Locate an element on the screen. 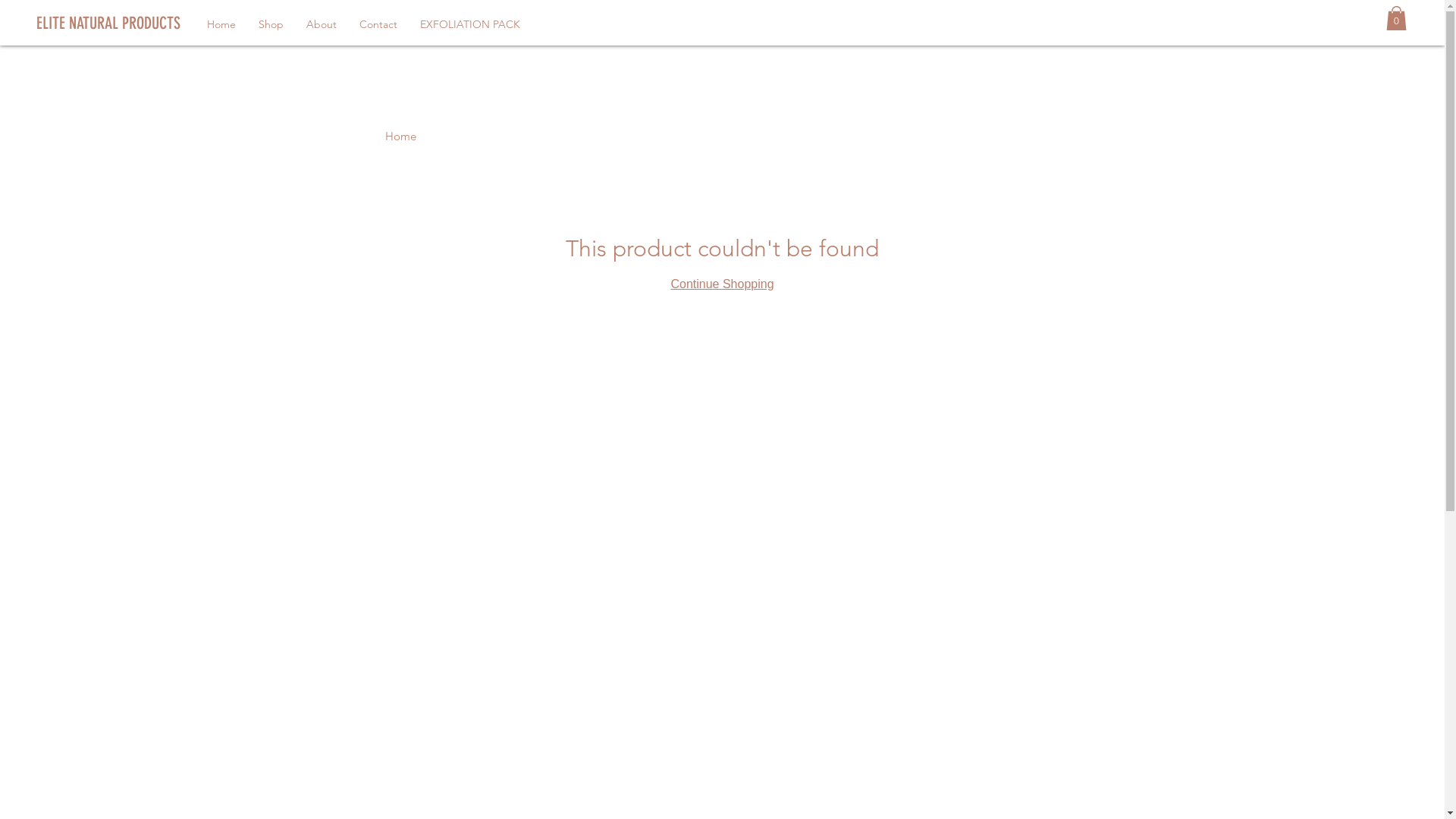 Image resolution: width=1456 pixels, height=819 pixels. 'Shop' is located at coordinates (271, 24).